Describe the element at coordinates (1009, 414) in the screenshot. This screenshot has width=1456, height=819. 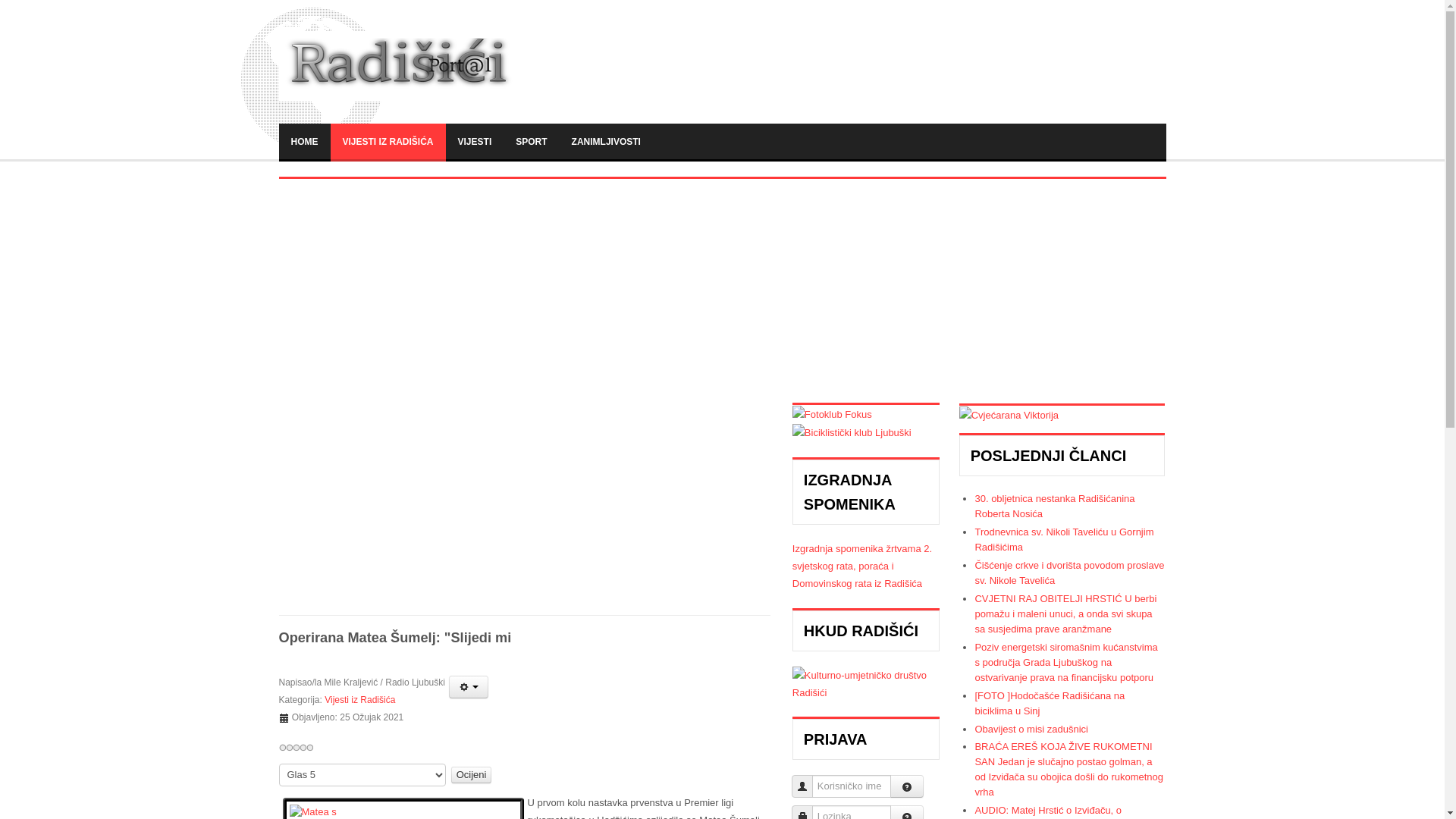
I see `'Viktorija'` at that location.